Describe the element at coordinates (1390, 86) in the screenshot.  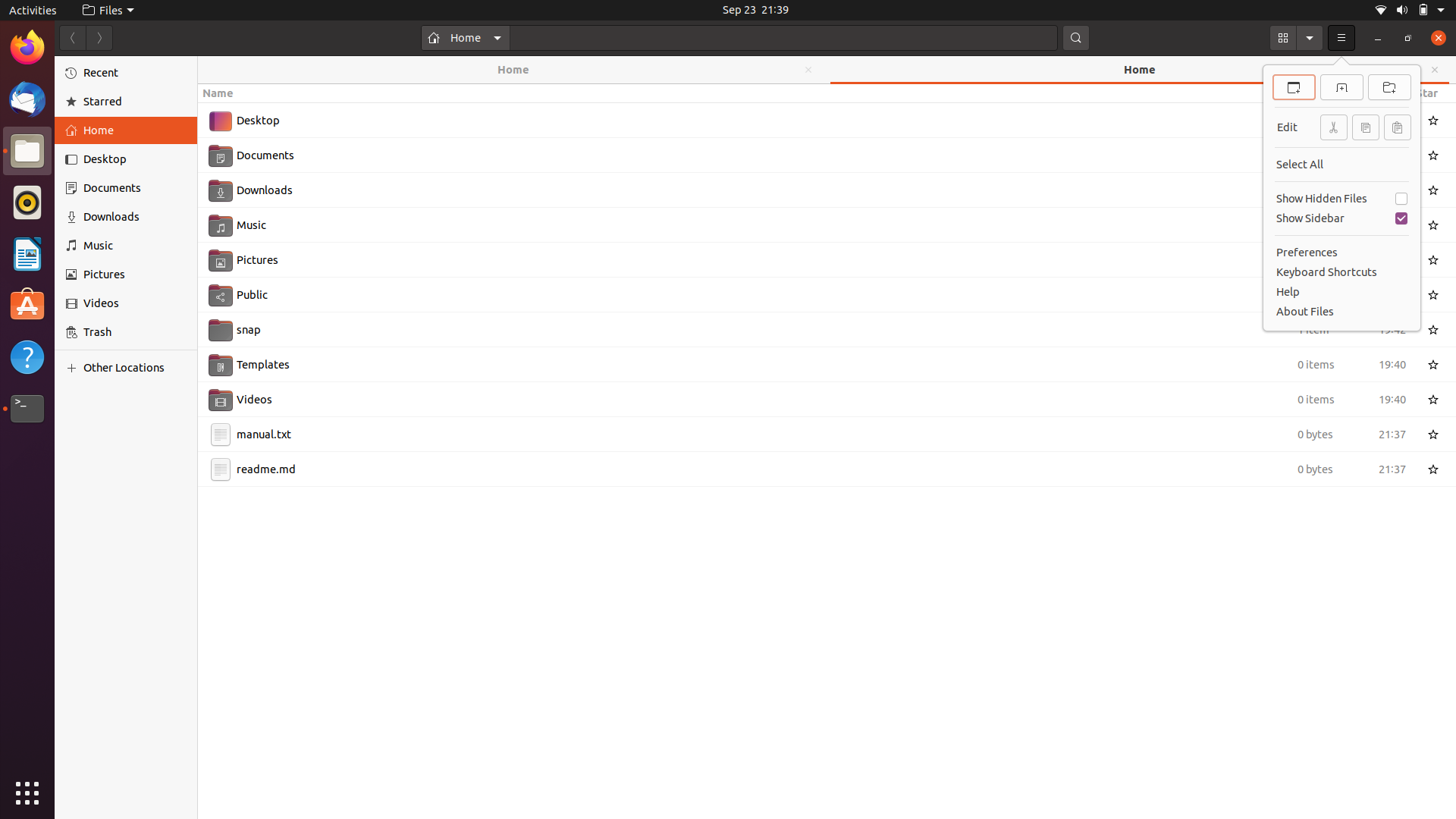
I see `the creation of a new directory with specific keyboard shortcuts` at that location.